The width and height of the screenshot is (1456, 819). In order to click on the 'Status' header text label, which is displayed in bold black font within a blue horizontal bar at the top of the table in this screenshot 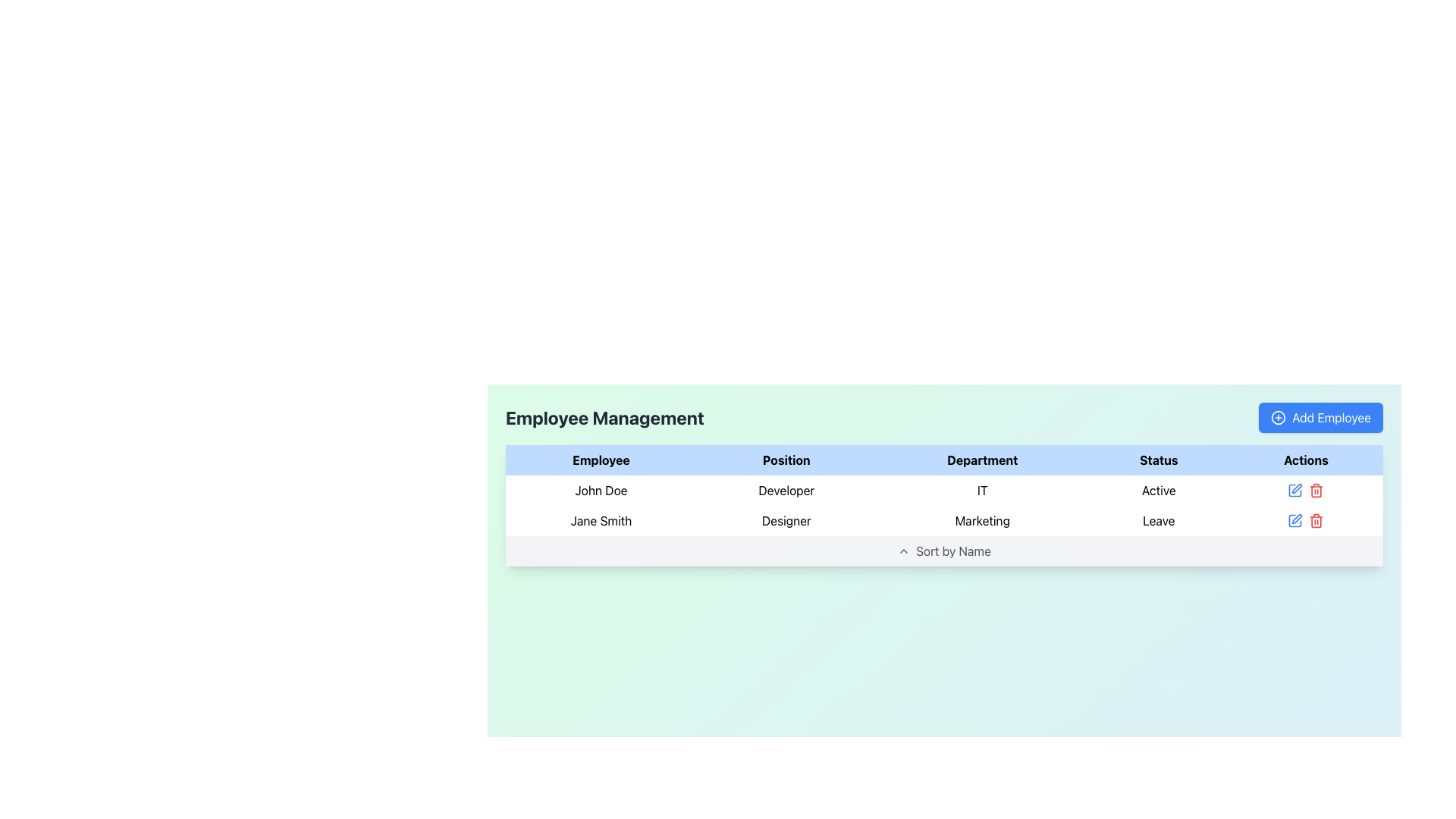, I will do `click(1158, 459)`.